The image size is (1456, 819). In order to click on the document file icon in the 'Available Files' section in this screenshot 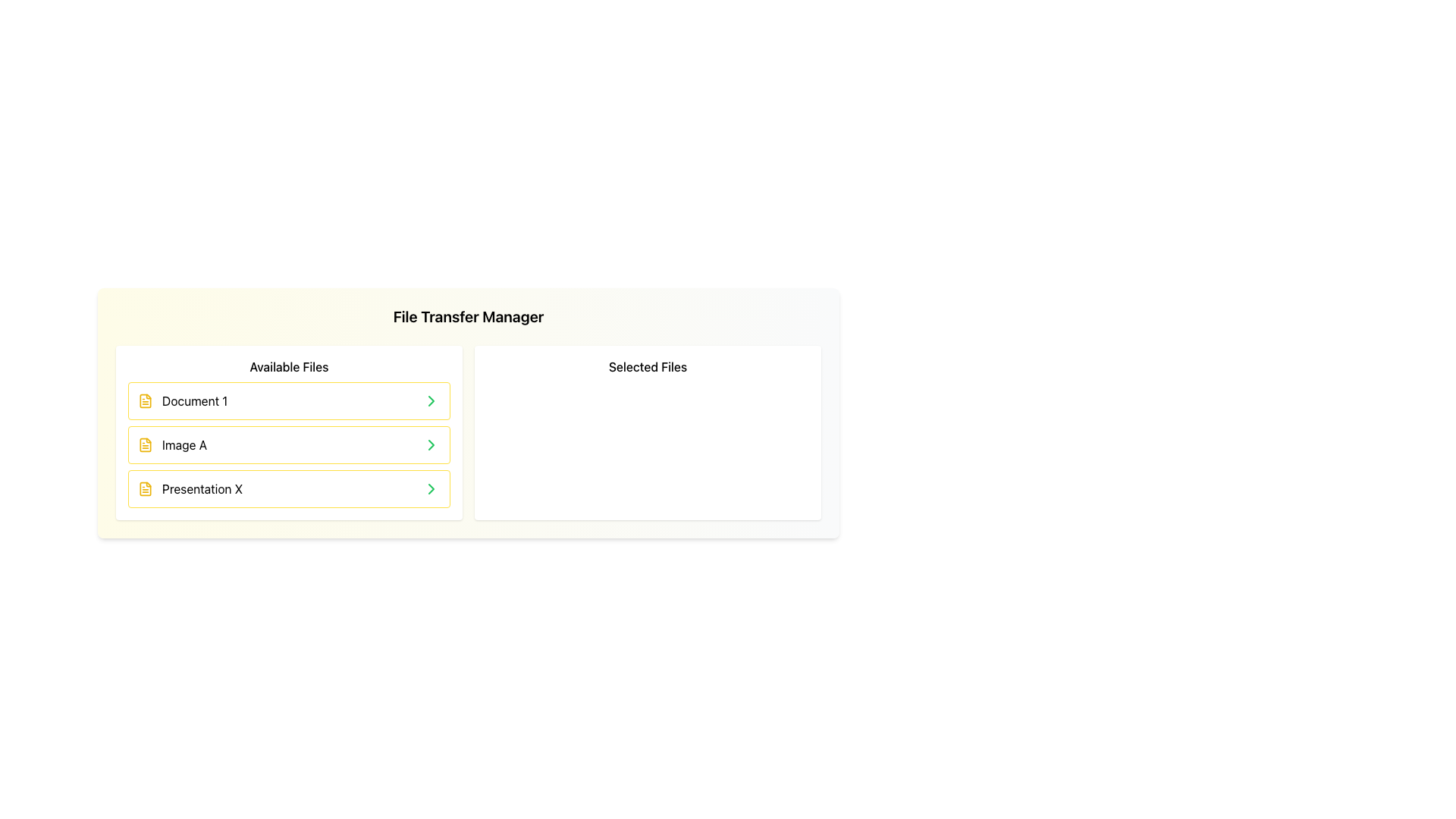, I will do `click(146, 488)`.